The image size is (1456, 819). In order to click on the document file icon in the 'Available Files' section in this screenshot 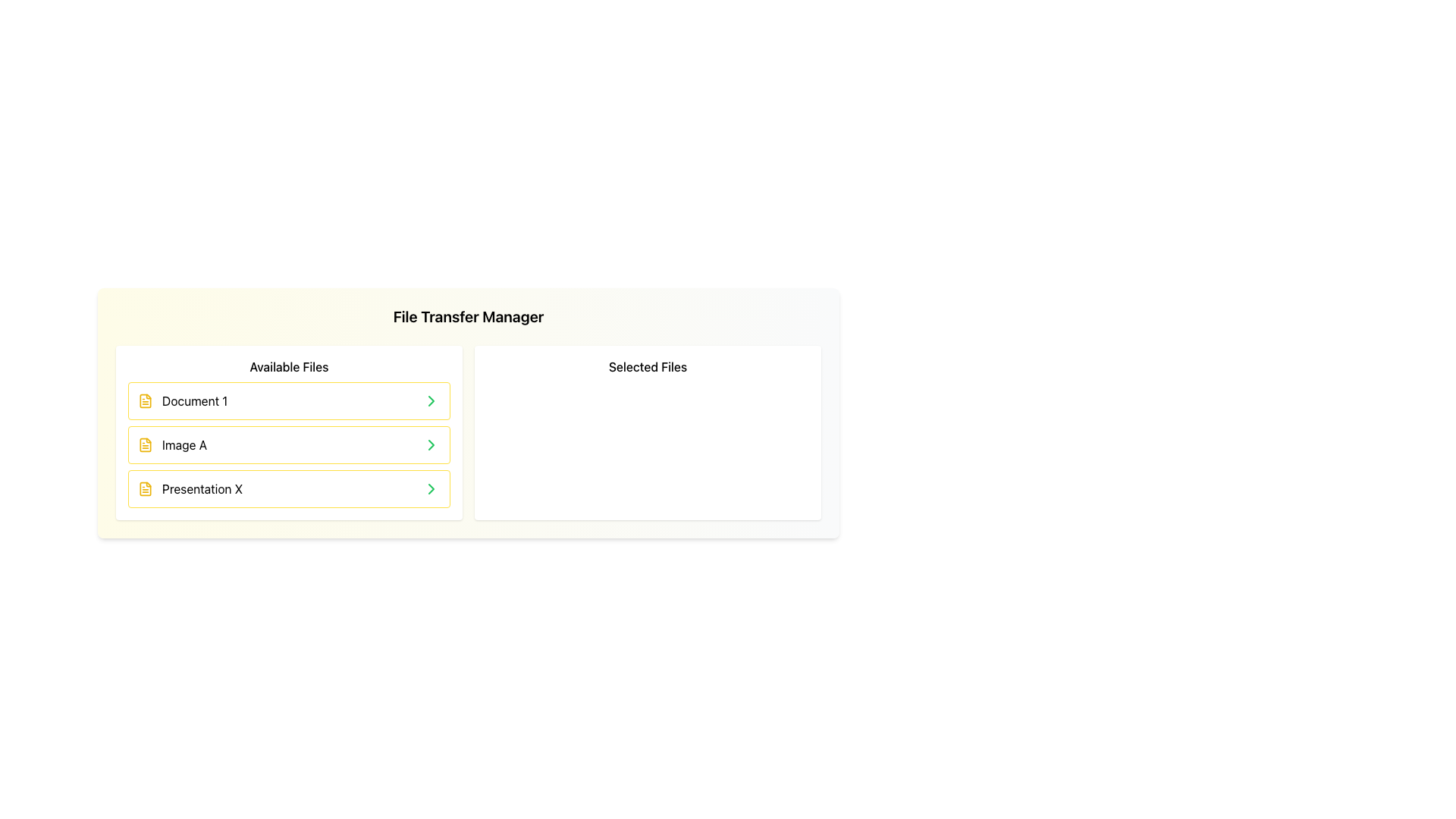, I will do `click(146, 488)`.